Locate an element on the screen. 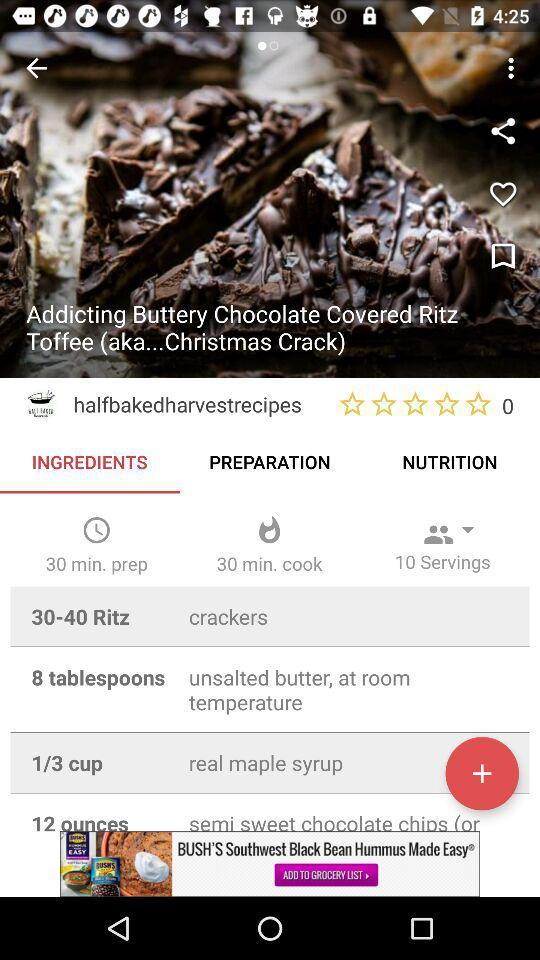 Image resolution: width=540 pixels, height=960 pixels. logo above ingredients is located at coordinates (42, 403).